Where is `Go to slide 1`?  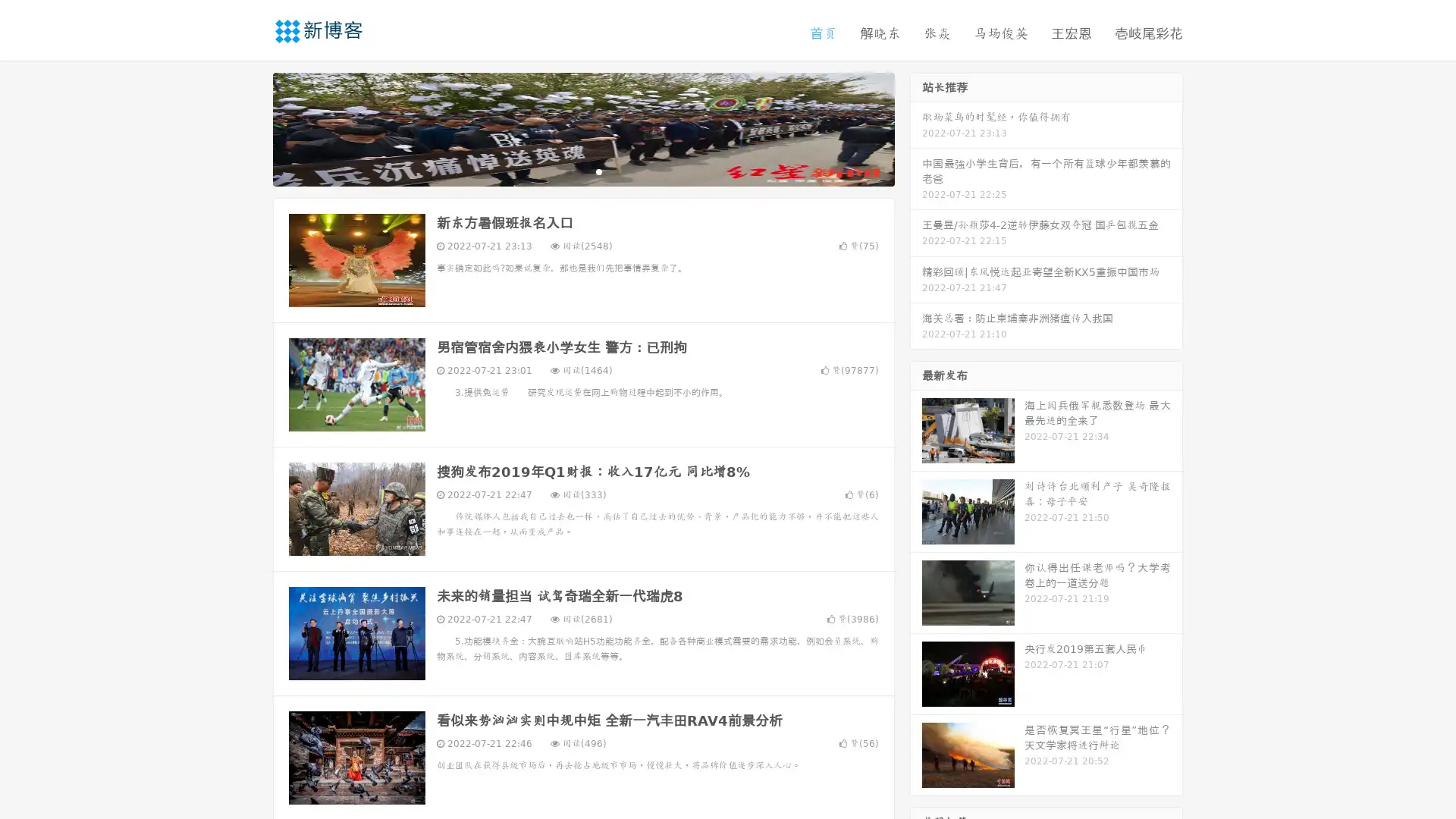 Go to slide 1 is located at coordinates (567, 171).